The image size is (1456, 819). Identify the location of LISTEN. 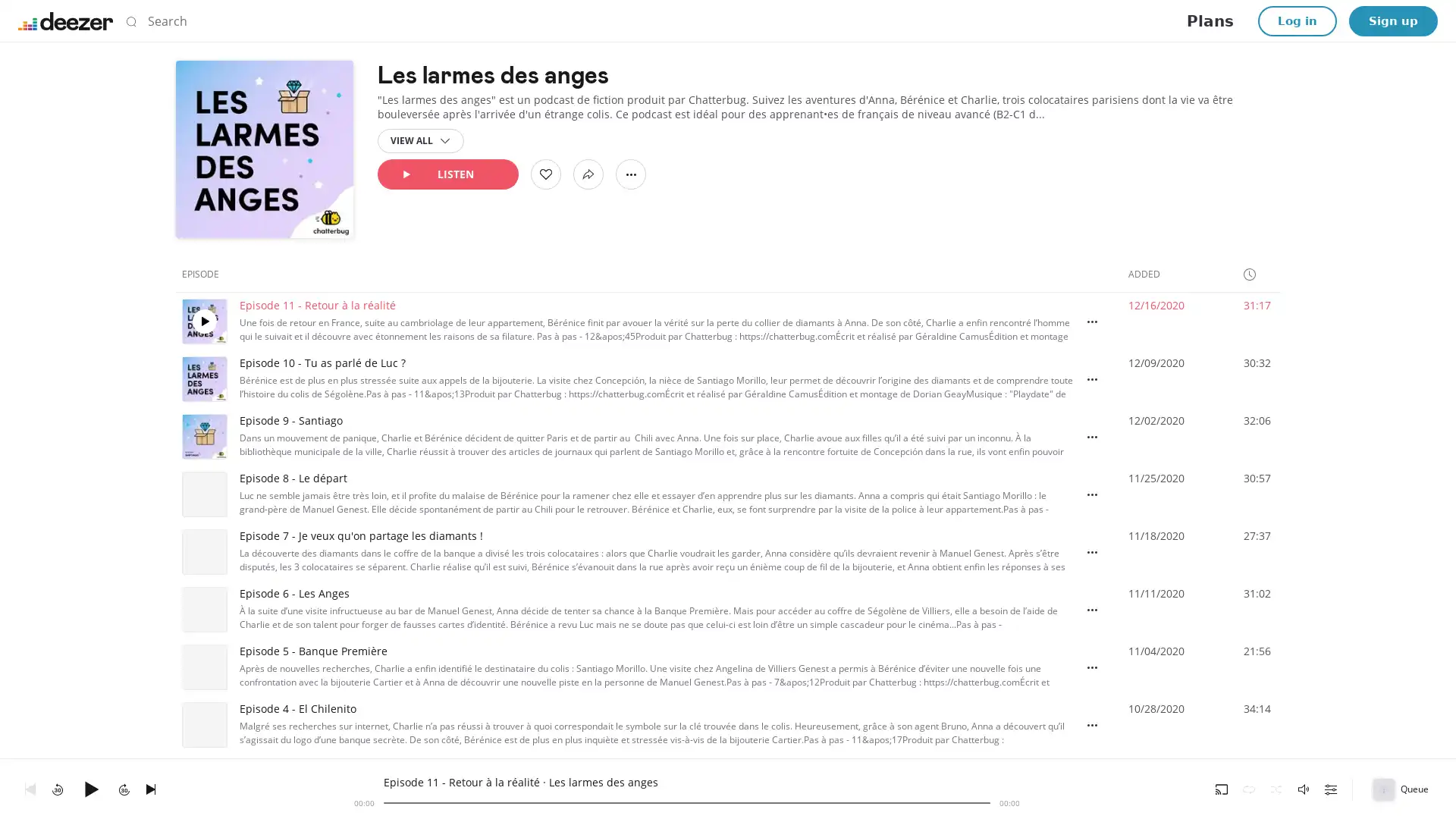
(447, 174).